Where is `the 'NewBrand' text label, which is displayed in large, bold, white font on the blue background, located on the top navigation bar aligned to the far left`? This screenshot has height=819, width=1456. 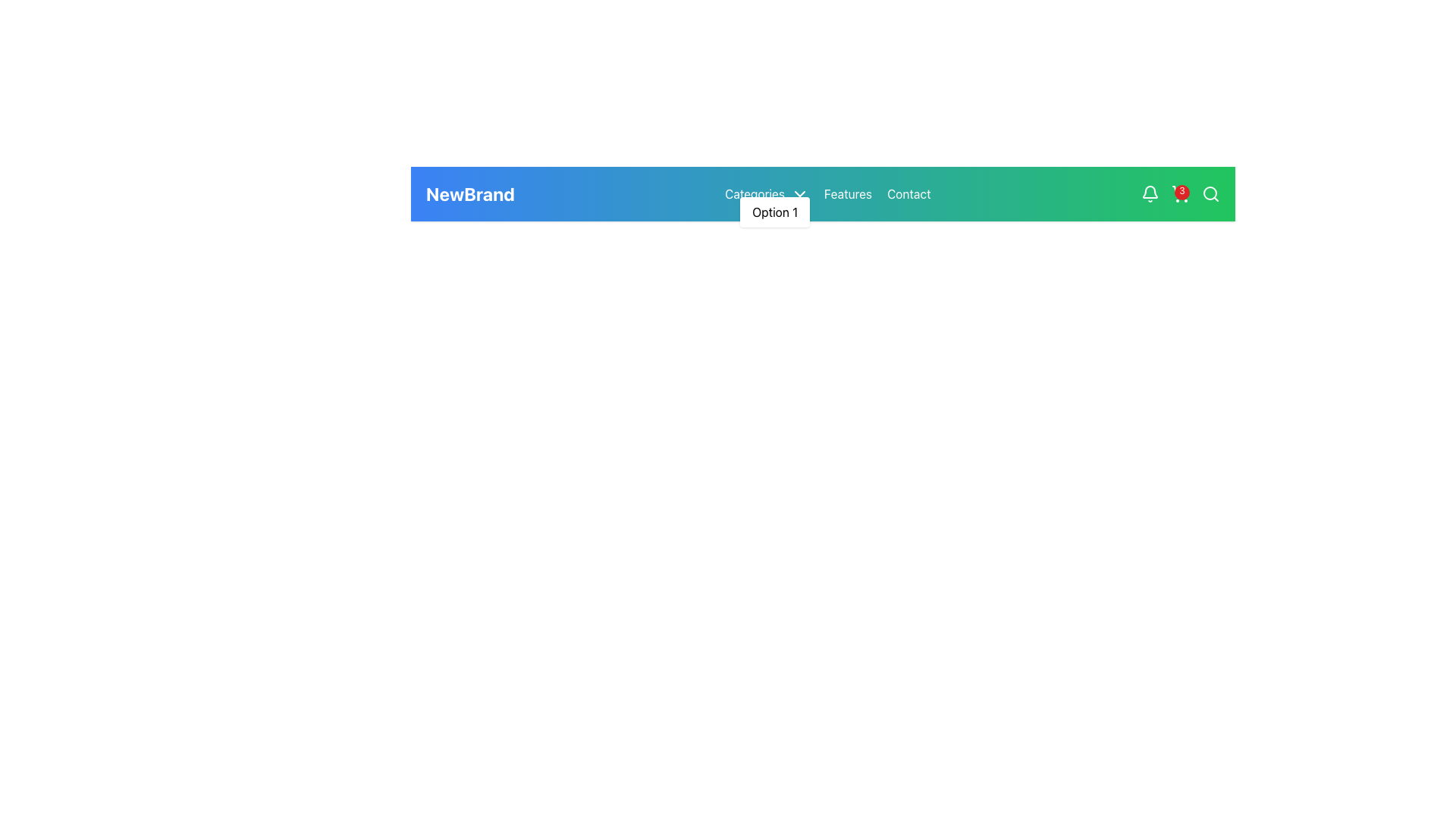
the 'NewBrand' text label, which is displayed in large, bold, white font on the blue background, located on the top navigation bar aligned to the far left is located at coordinates (469, 193).